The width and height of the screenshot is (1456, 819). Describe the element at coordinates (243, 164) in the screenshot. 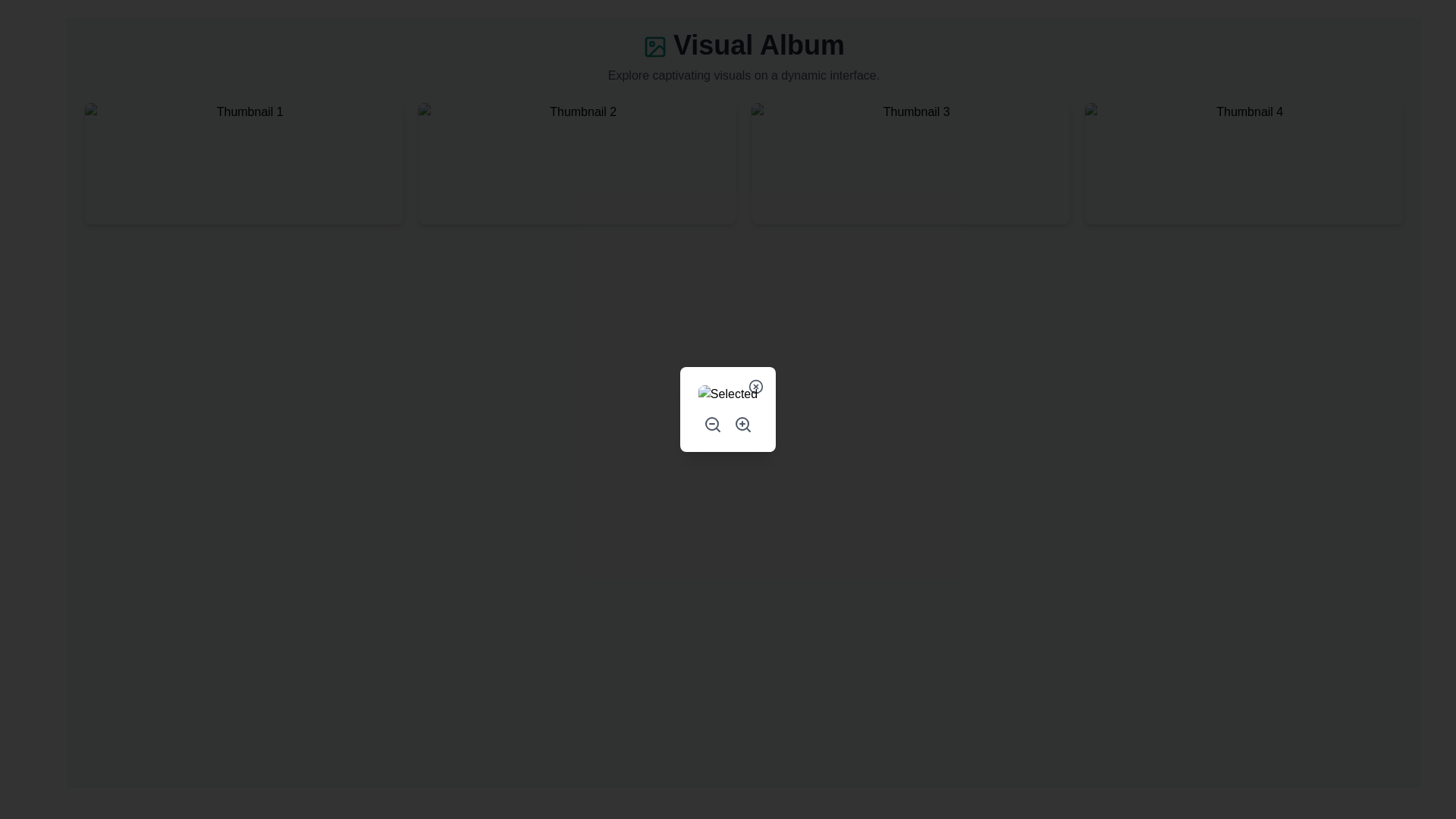

I see `the first card in the grid layout, which features a thumbnail image labeled 'Thumbnail 1' with a vibrant orange background, to trigger visual feedback` at that location.